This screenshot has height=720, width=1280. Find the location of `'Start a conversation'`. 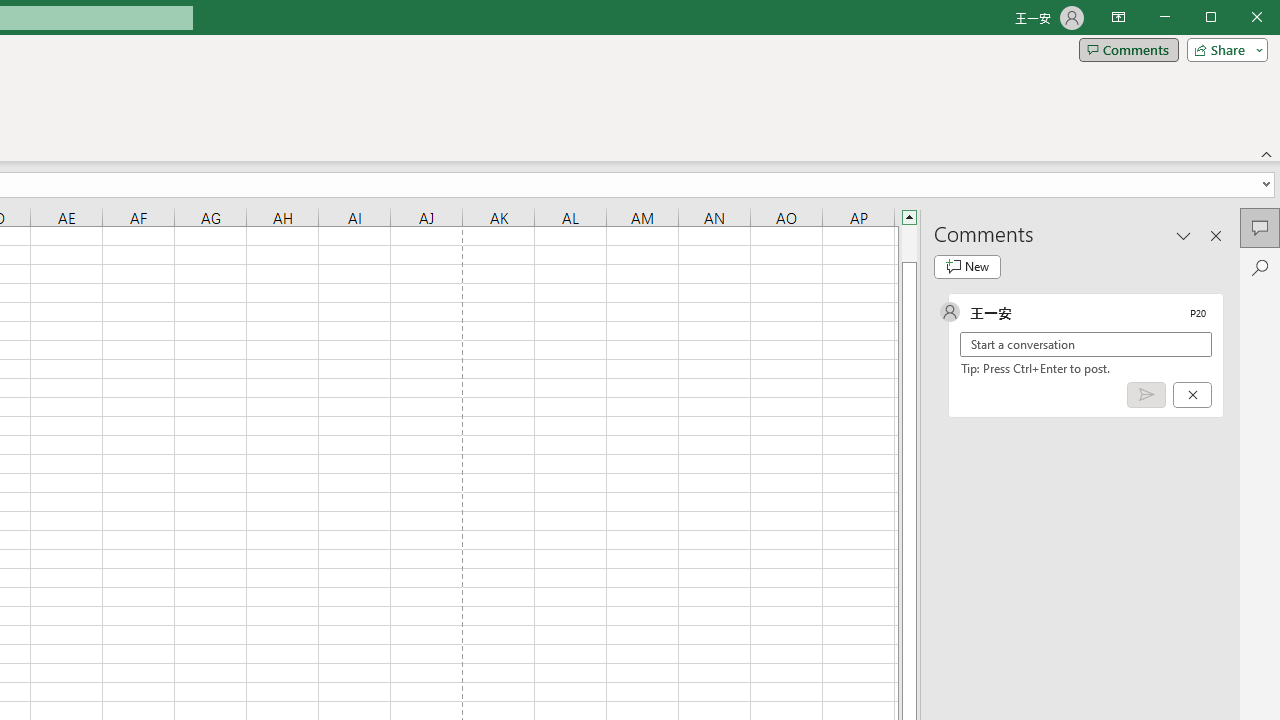

'Start a conversation' is located at coordinates (1085, 343).